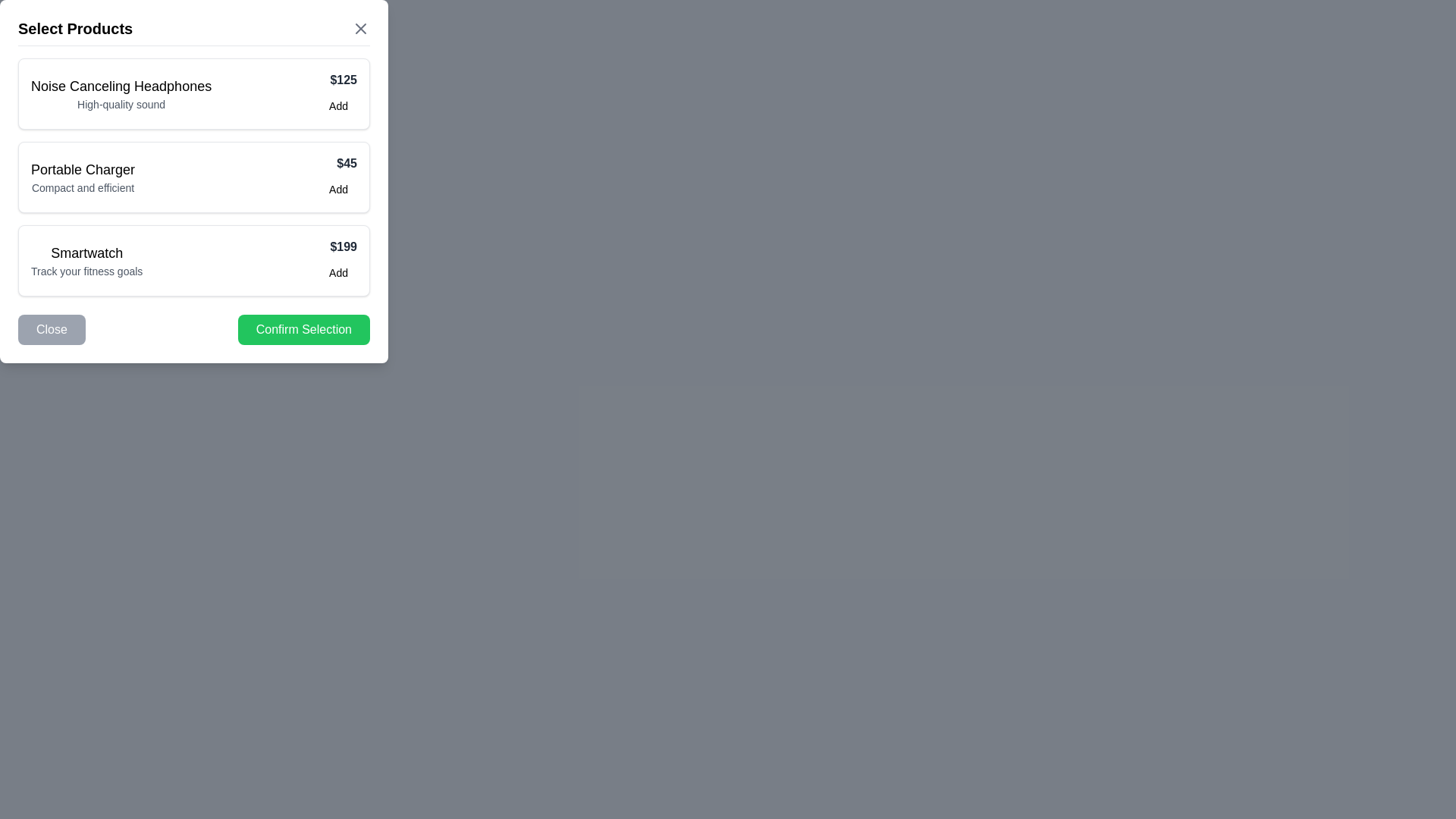 The image size is (1456, 819). I want to click on the 'Add' button with a white font on a blue background located to the right of the '$45' price for the 'Portable Charger' item, which is the second button in the list, so click(337, 189).